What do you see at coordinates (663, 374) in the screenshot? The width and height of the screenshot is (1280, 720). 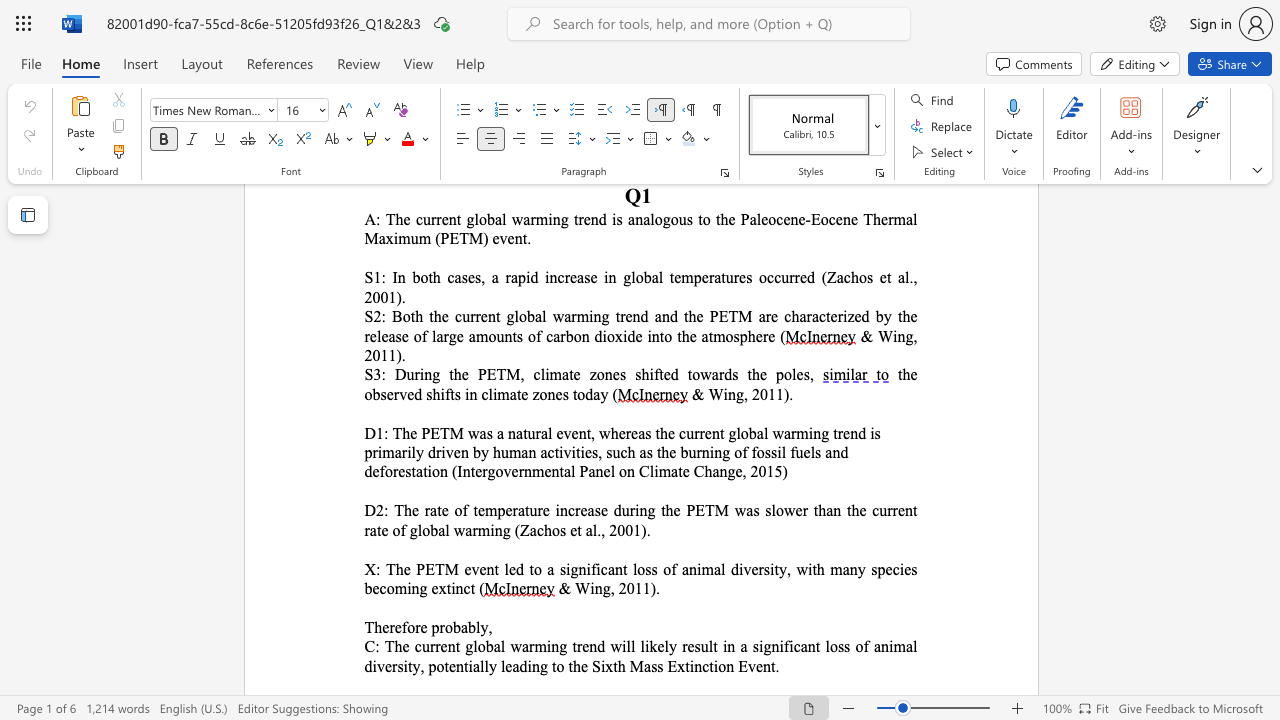 I see `the subset text "ed towards the pole" within the text "S3: During the PETM, climate zones shifted towards the poles,"` at bounding box center [663, 374].